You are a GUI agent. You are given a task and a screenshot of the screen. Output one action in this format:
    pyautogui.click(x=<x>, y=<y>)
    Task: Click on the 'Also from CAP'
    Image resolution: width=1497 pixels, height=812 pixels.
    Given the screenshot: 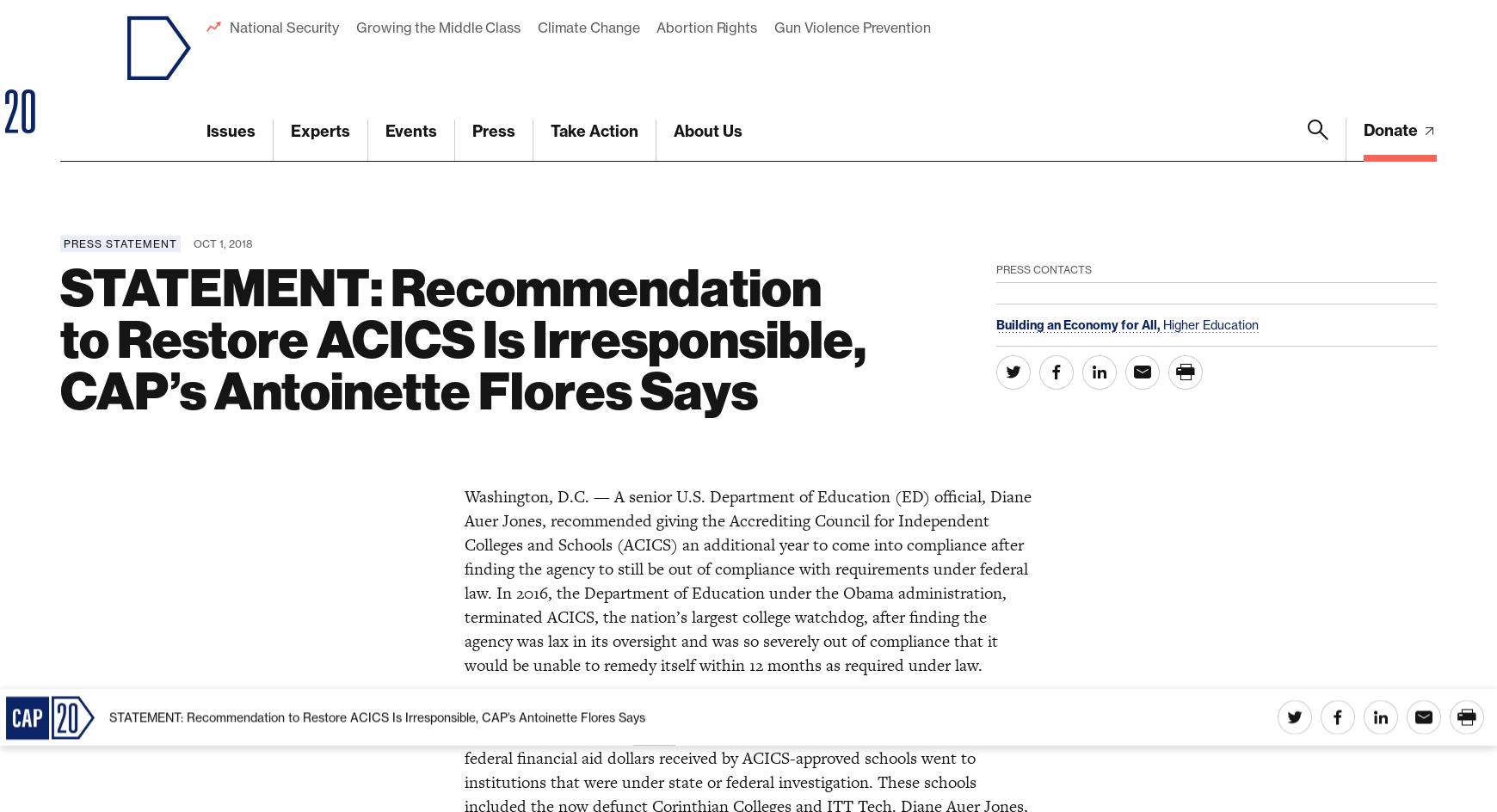 What is the action you would take?
    pyautogui.click(x=59, y=786)
    